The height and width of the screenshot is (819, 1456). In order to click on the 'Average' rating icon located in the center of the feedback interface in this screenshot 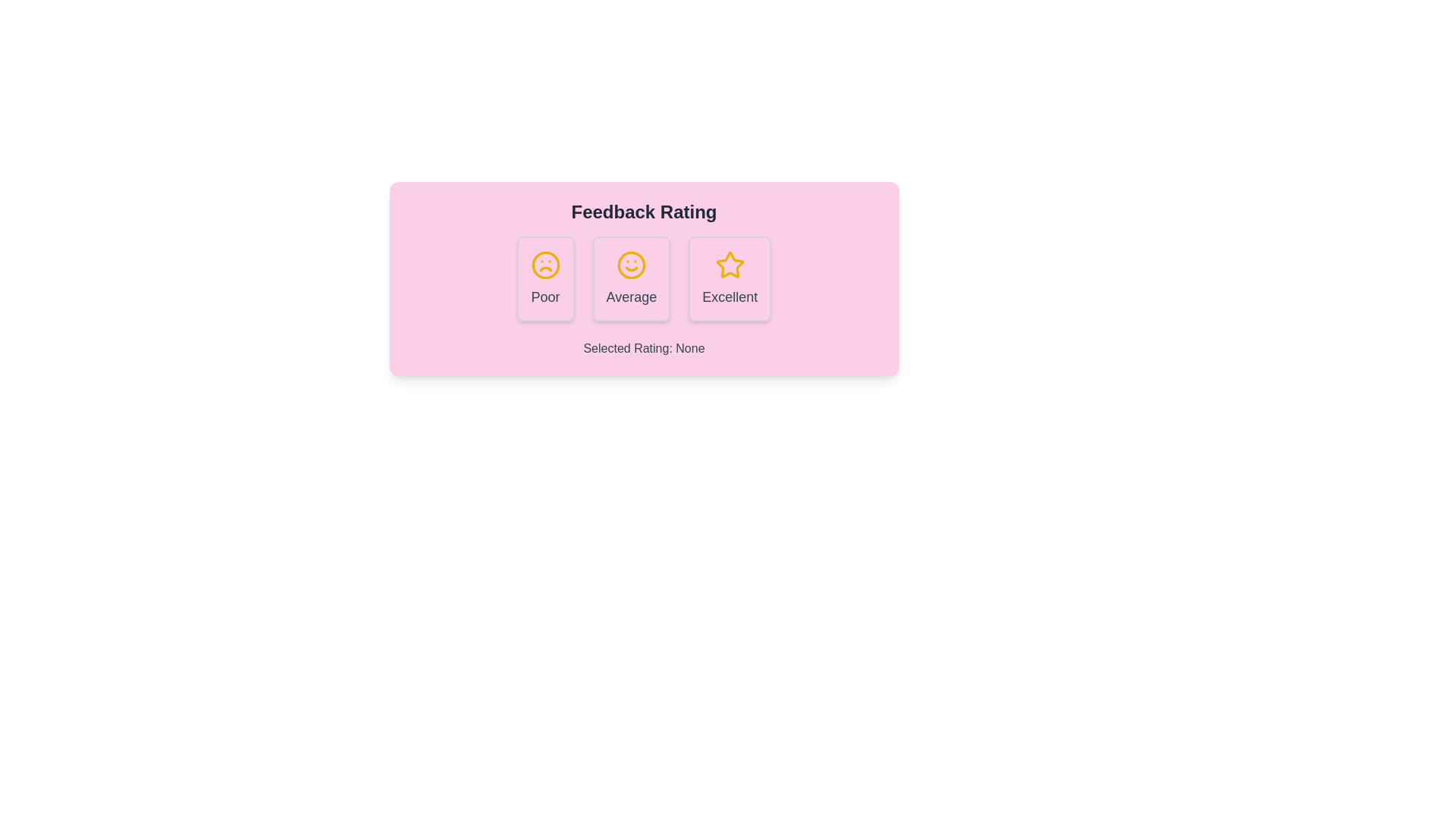, I will do `click(631, 265)`.